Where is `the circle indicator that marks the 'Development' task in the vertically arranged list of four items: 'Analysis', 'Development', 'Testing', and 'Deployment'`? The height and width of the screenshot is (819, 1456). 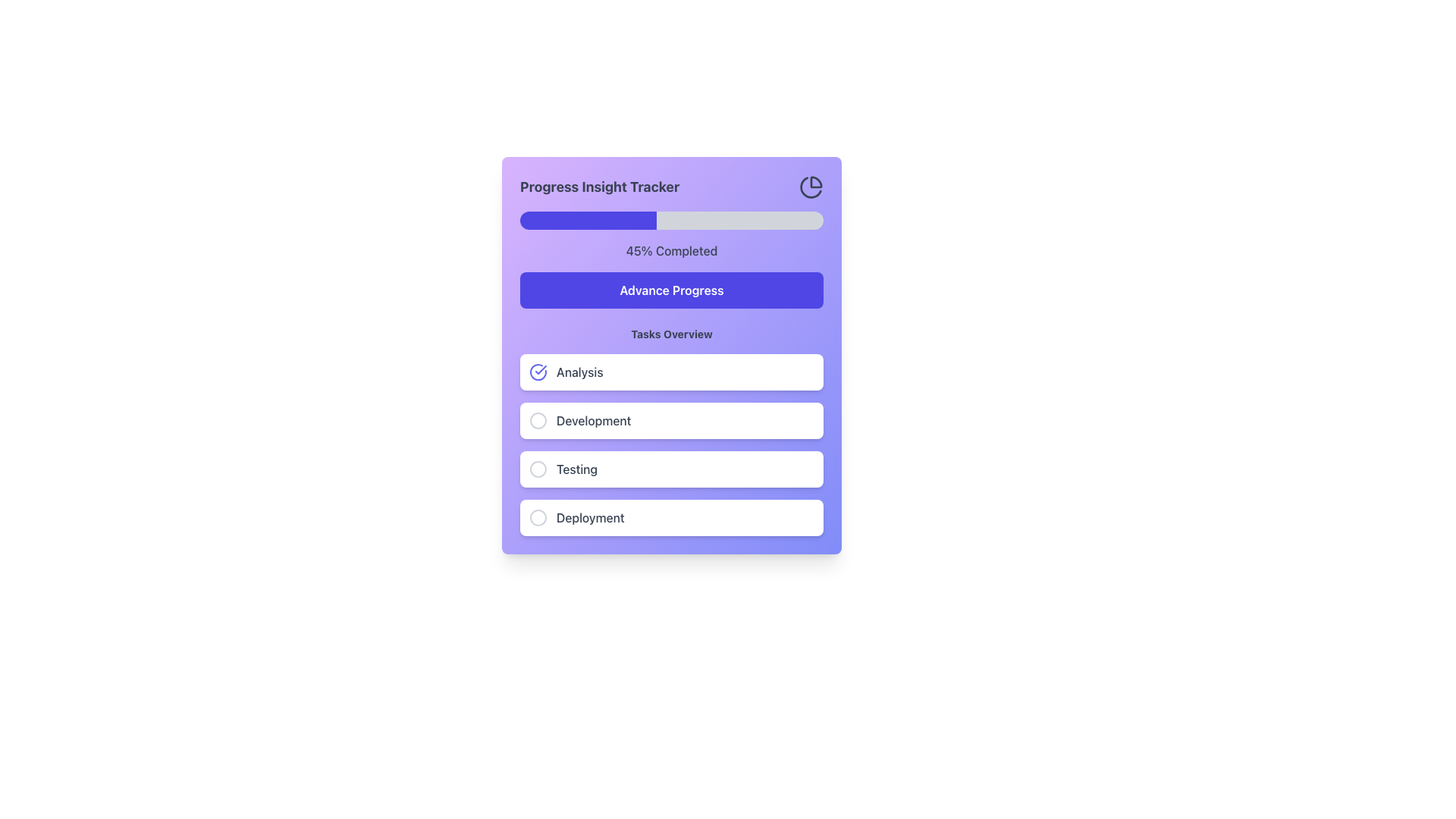 the circle indicator that marks the 'Development' task in the vertically arranged list of four items: 'Analysis', 'Development', 'Testing', and 'Deployment' is located at coordinates (538, 421).